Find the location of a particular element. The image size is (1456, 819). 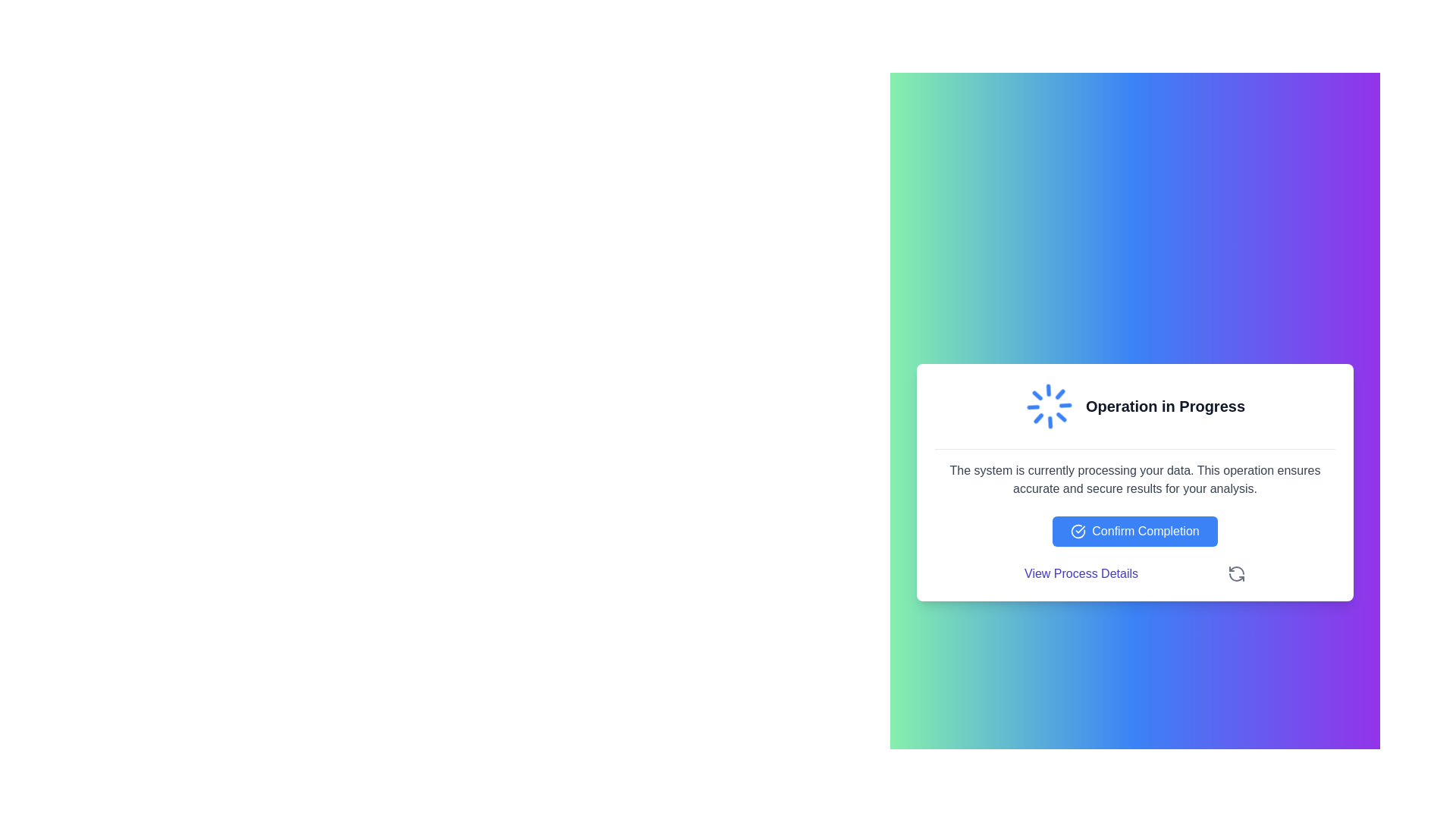

the upper-left decorative graphic segment of the spinner, which indicates an ongoing process is located at coordinates (1062, 415).